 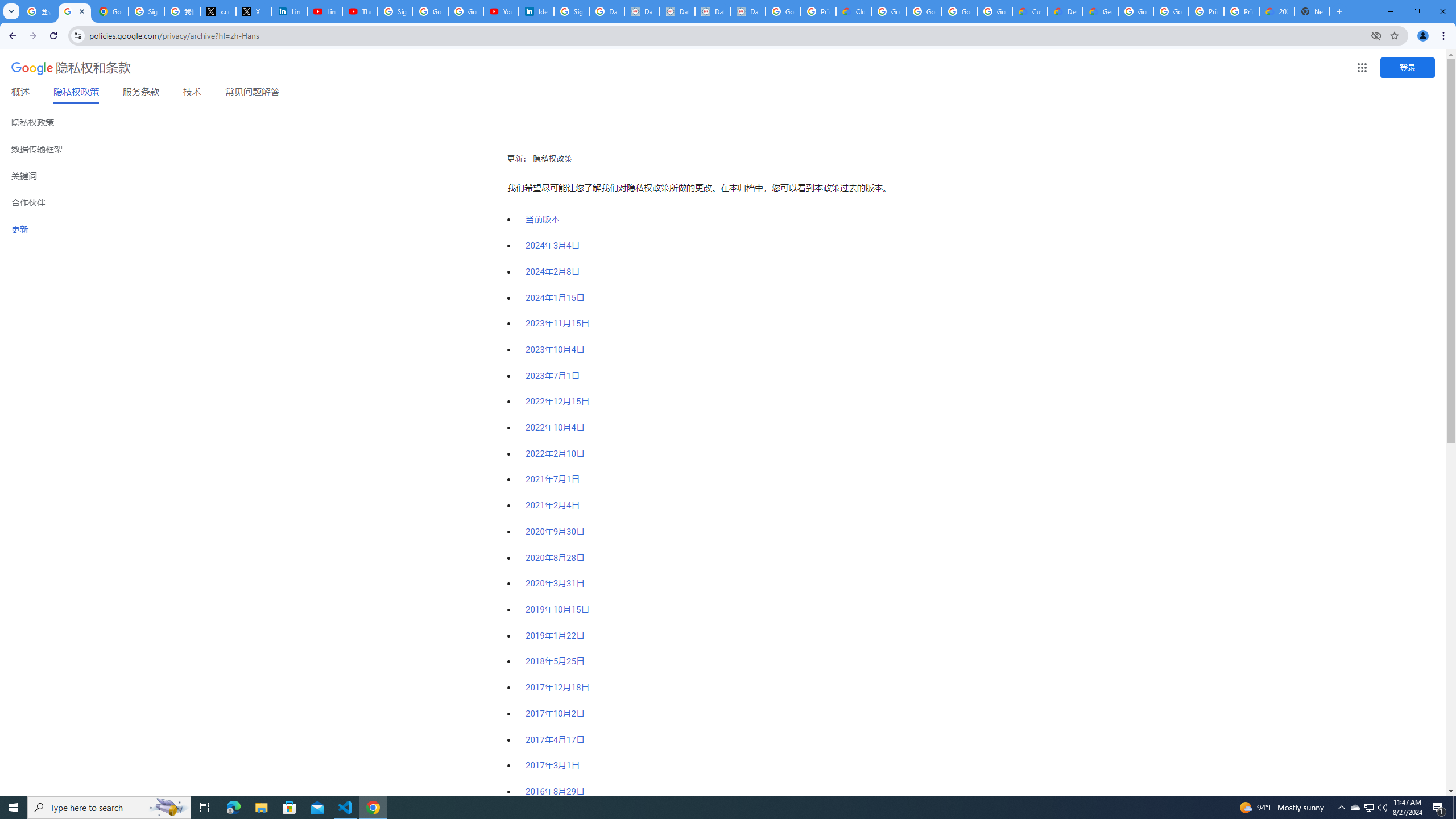 I want to click on 'Google Cloud Platform', so click(x=1135, y=11).